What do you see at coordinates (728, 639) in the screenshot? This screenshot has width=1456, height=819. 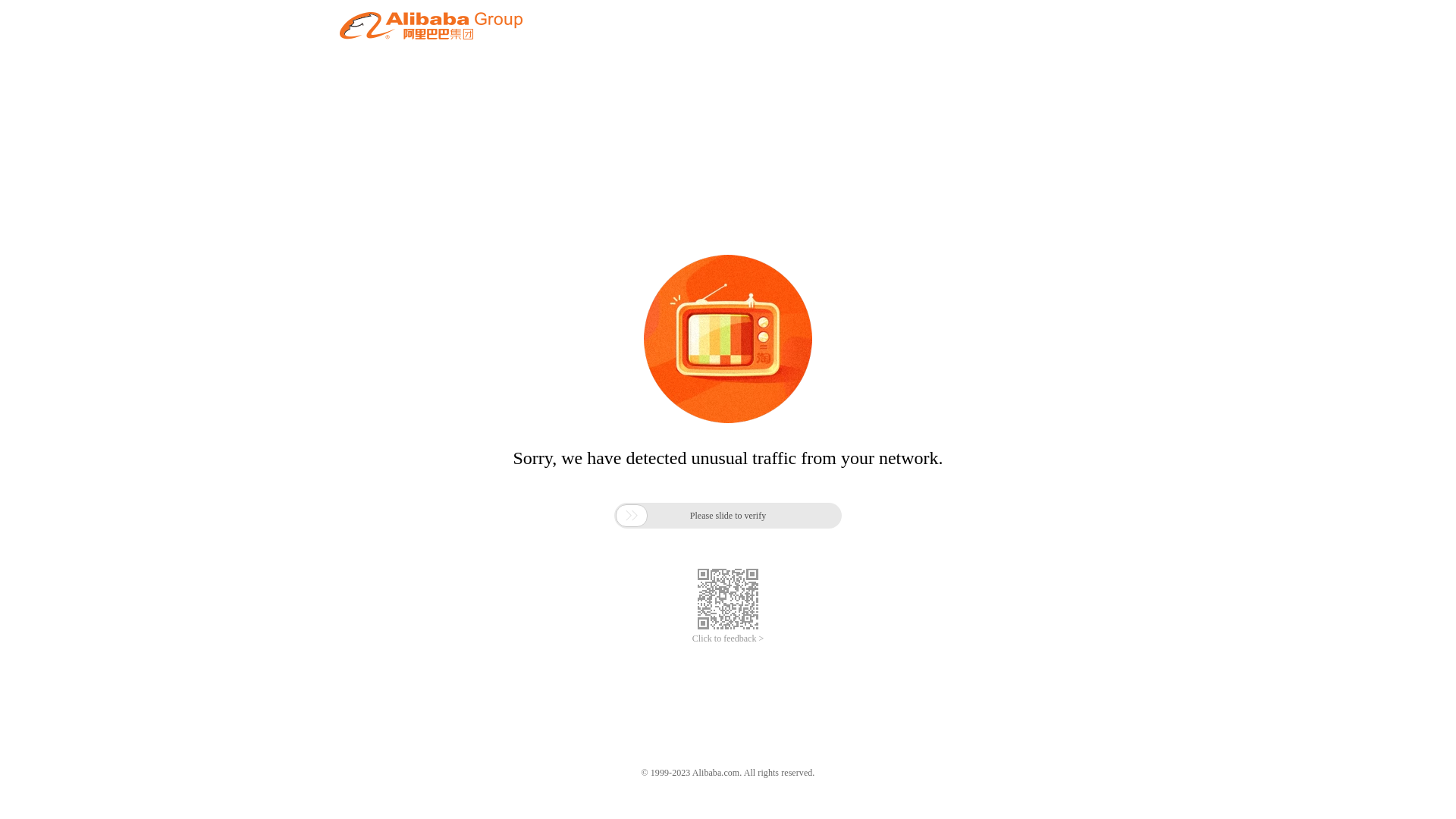 I see `'Click to feedback >'` at bounding box center [728, 639].